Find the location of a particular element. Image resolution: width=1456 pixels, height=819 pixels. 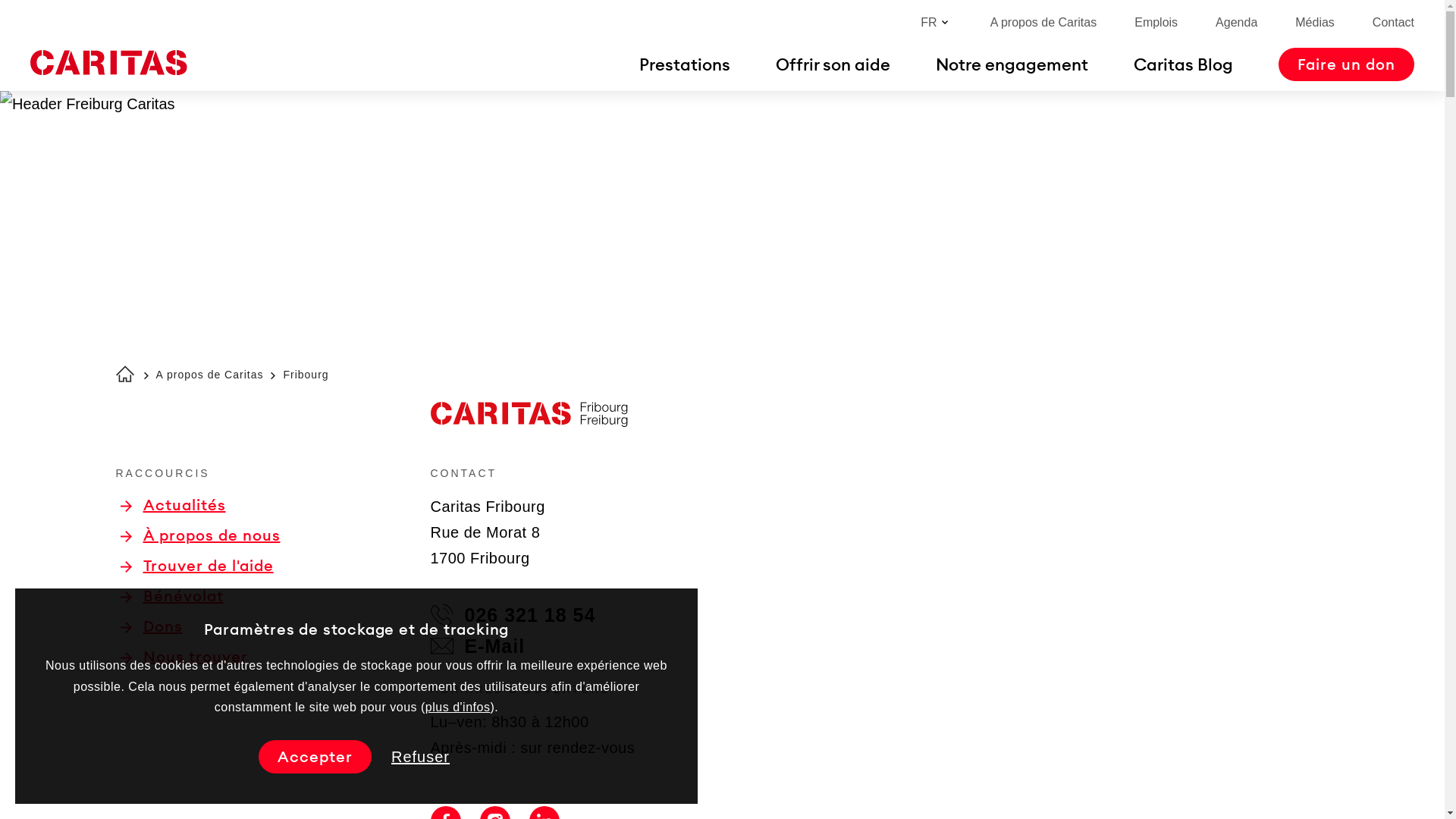

'plus d'infos' is located at coordinates (457, 707).